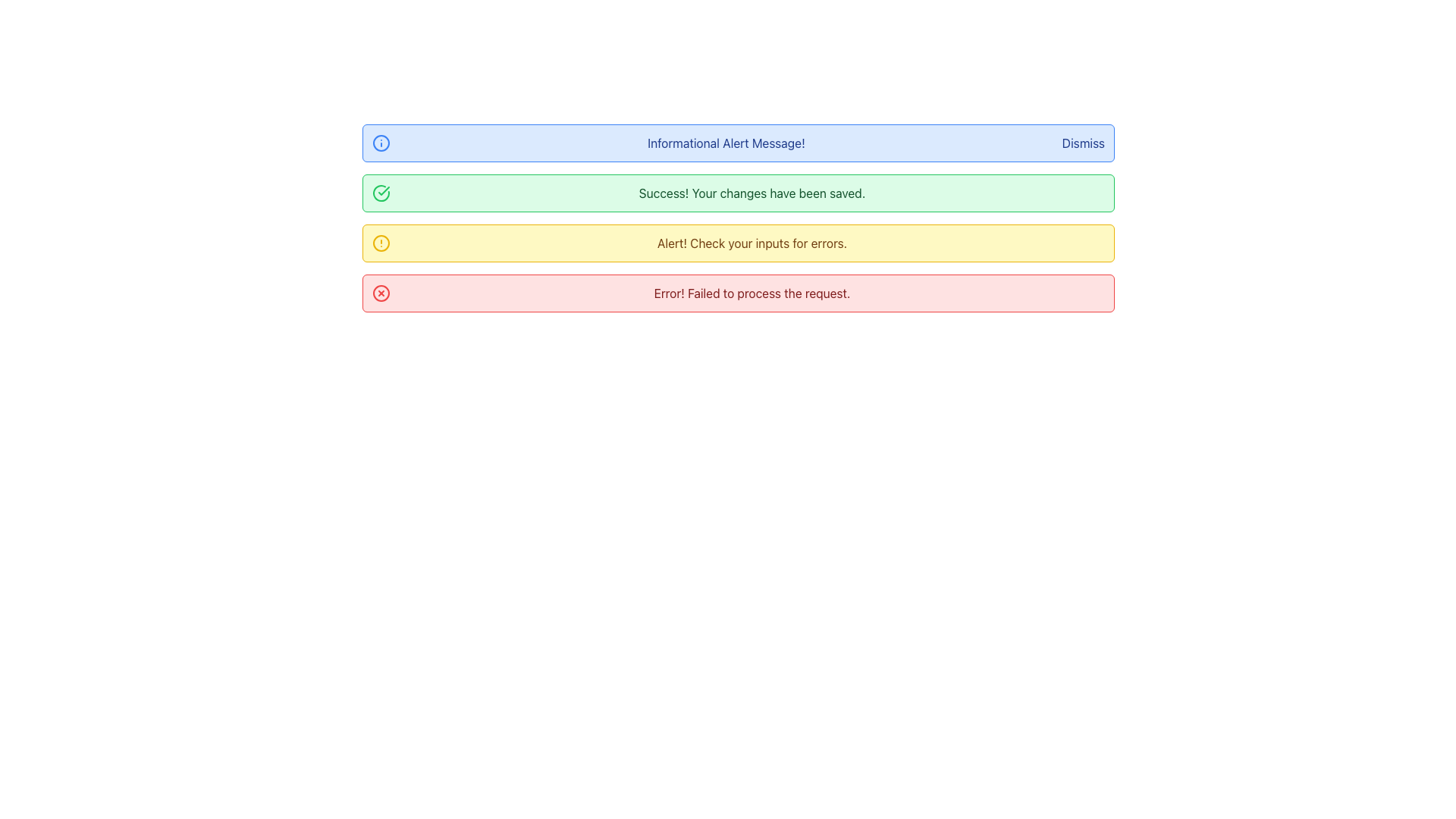 The width and height of the screenshot is (1456, 819). I want to click on circular outline of the success notification icon within the green notification bar, which is the second in a vertical stack of four notification bars, so click(381, 192).